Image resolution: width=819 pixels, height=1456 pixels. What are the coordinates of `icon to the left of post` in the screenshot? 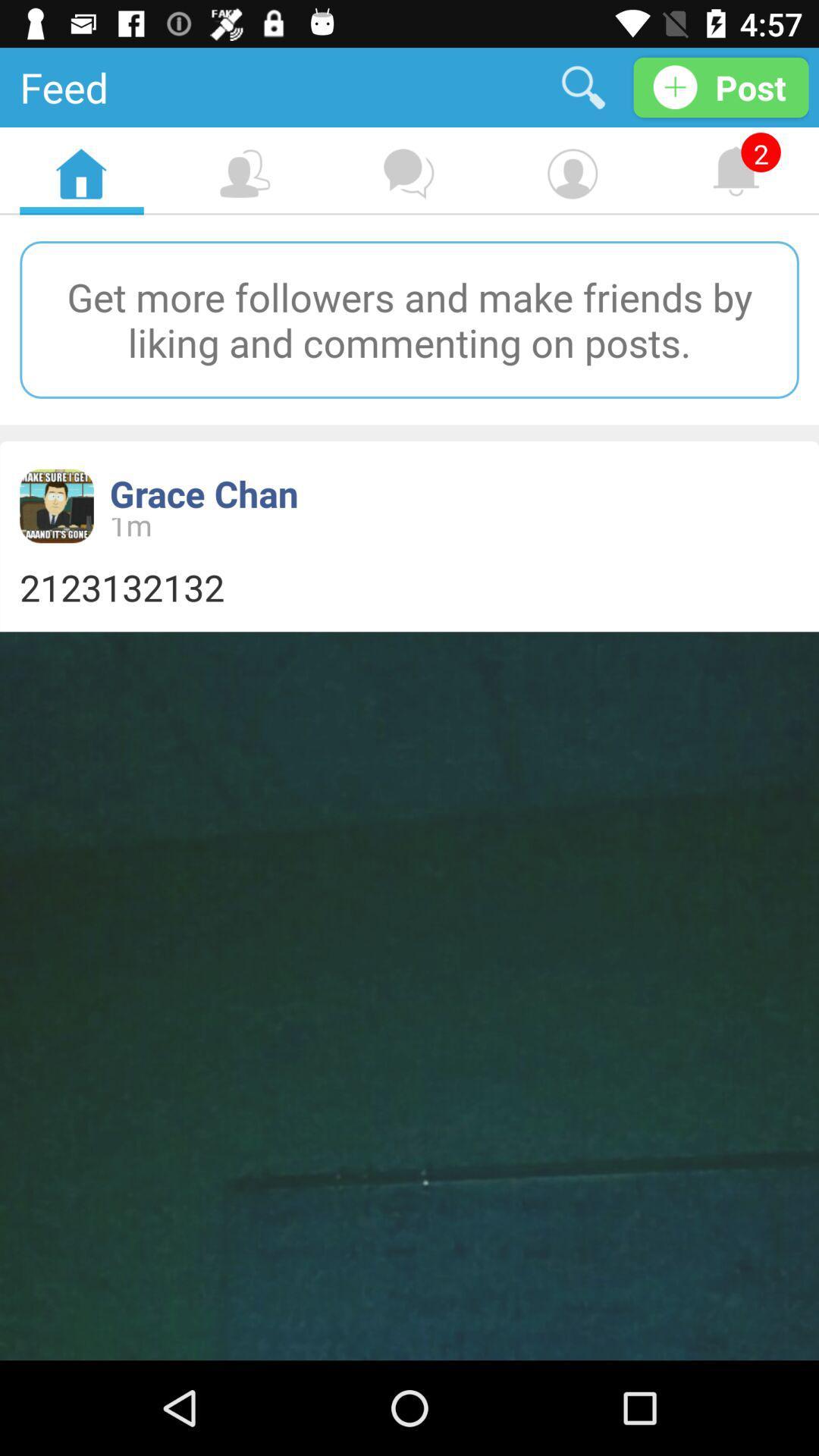 It's located at (582, 86).